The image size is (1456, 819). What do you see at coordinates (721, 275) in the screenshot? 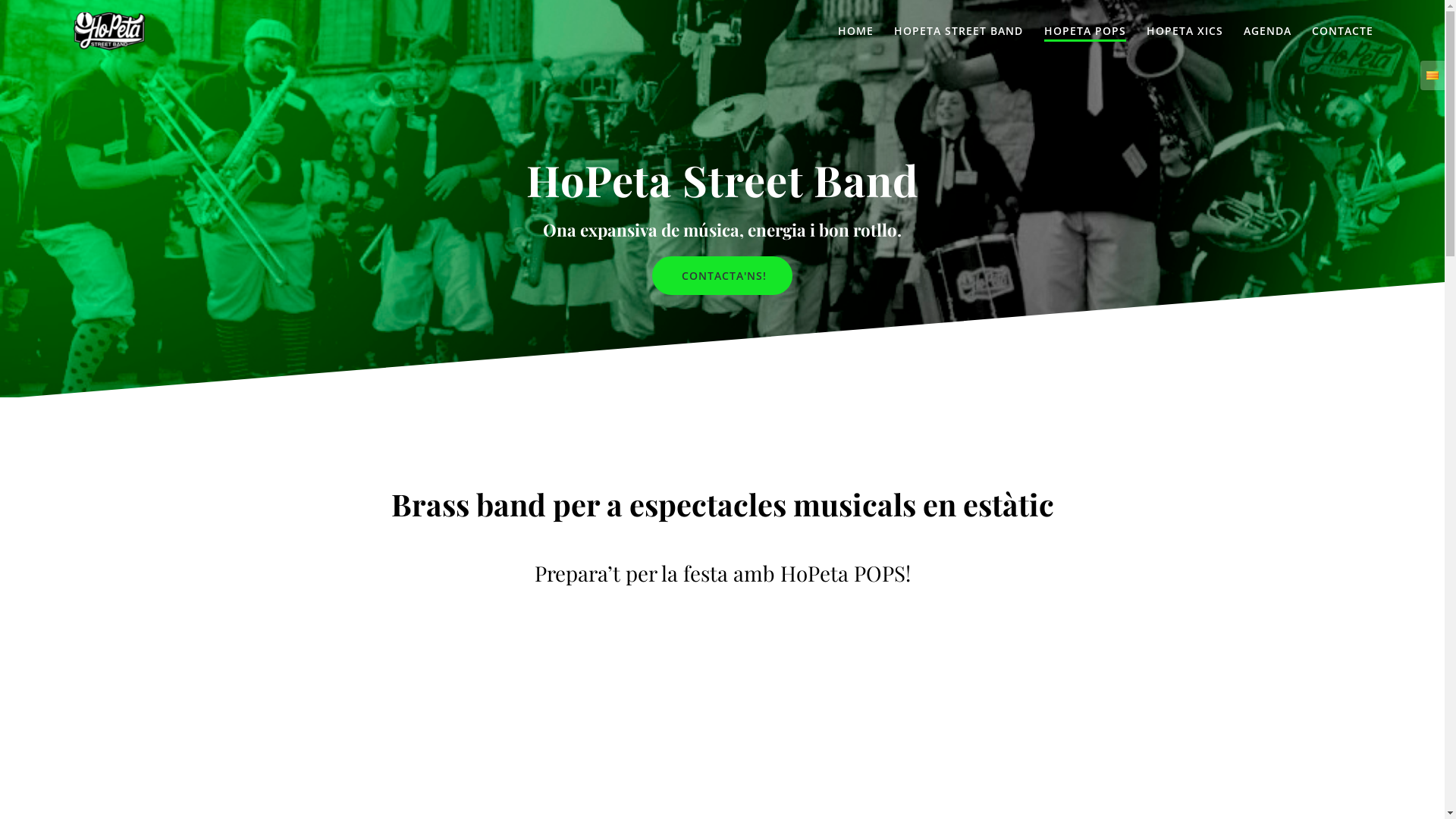
I see `'CONTACTA'NS!'` at bounding box center [721, 275].